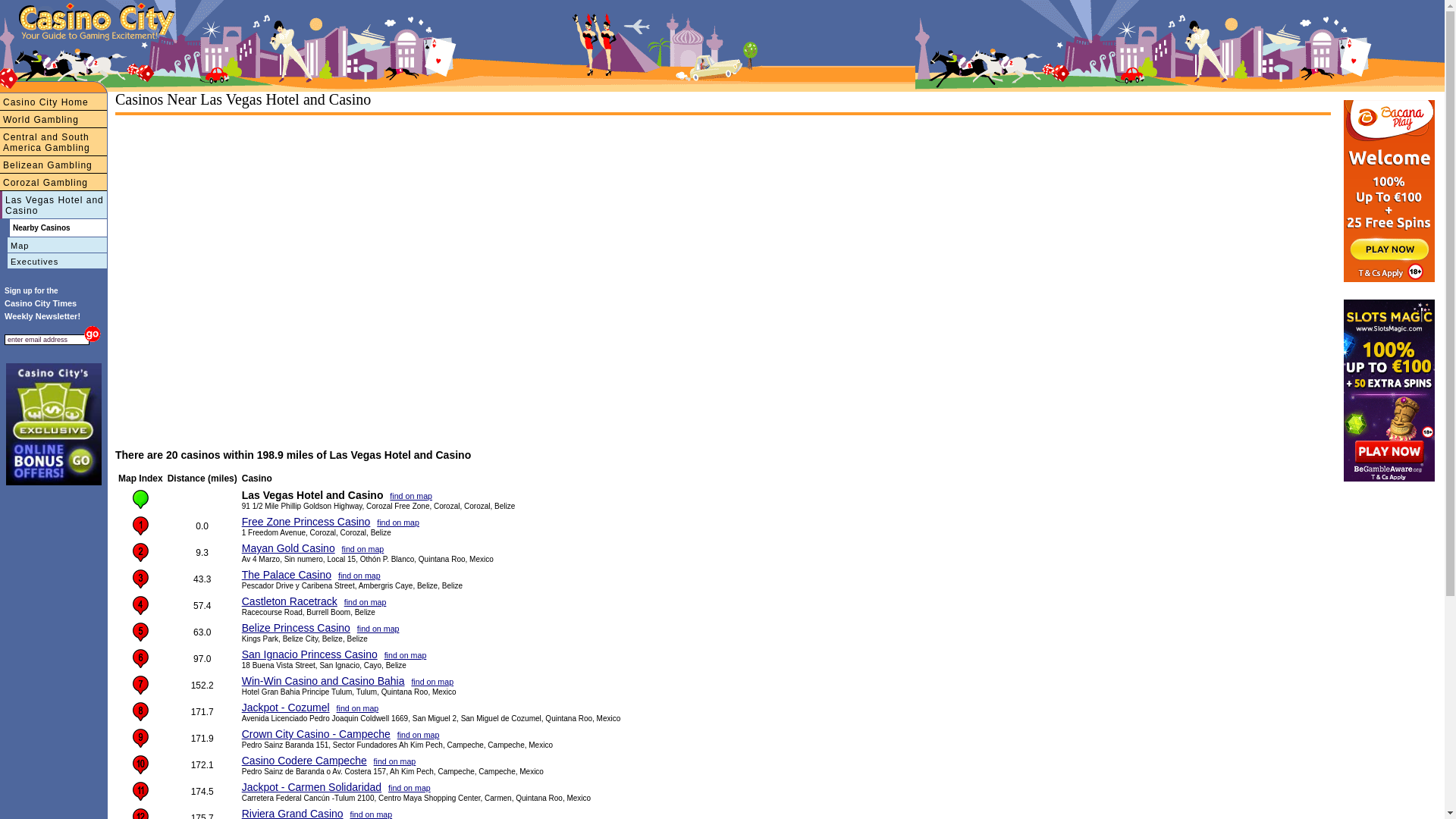 The height and width of the screenshot is (819, 1456). What do you see at coordinates (287, 575) in the screenshot?
I see `'The Palace Casino'` at bounding box center [287, 575].